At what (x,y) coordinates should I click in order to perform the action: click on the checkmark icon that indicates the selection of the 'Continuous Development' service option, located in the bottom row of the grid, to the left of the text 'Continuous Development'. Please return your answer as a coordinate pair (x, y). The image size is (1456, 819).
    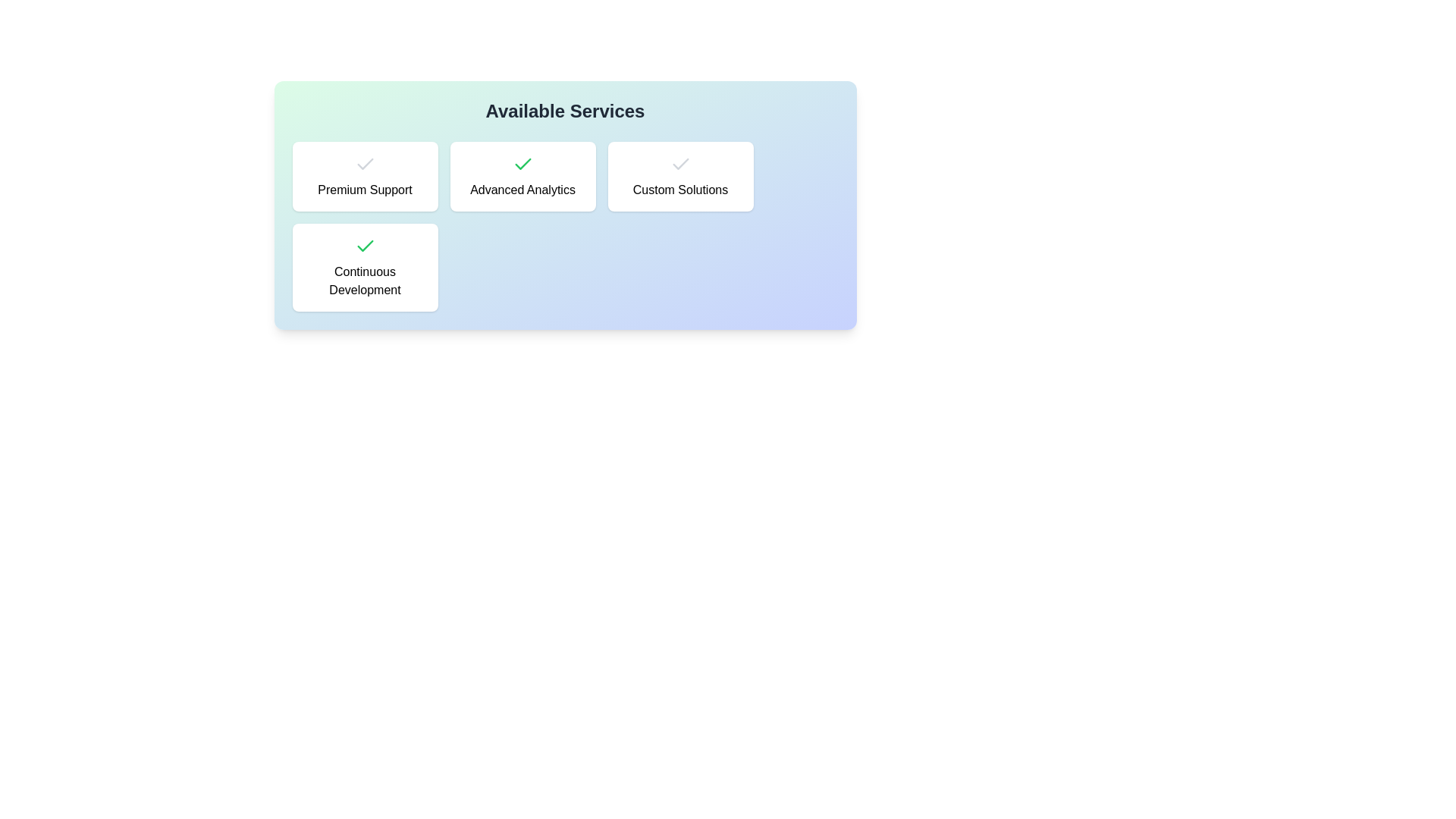
    Looking at the image, I should click on (365, 245).